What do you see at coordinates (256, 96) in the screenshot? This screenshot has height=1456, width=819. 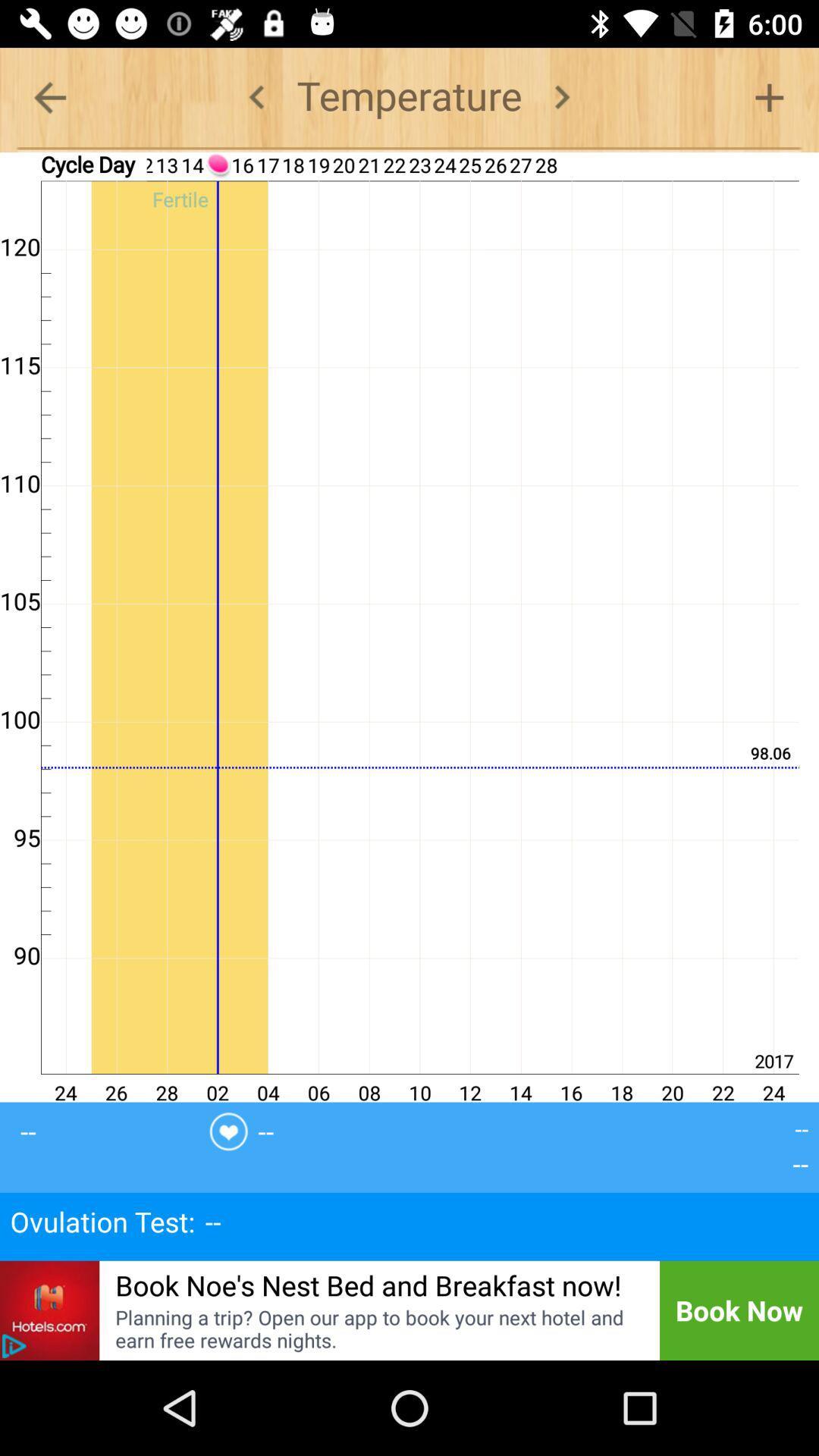 I see `because back devicer` at bounding box center [256, 96].